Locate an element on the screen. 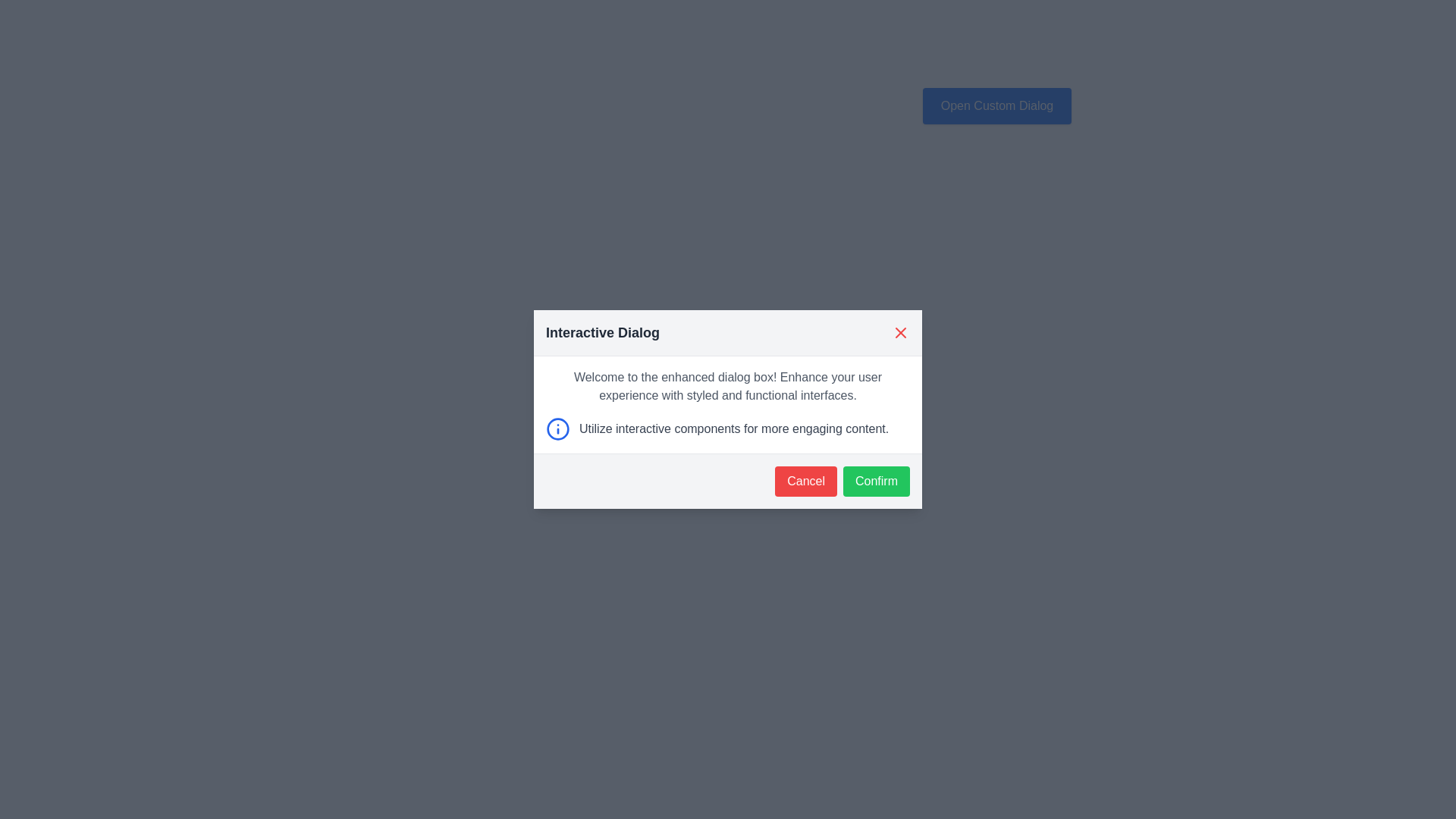  the informational text block located at the center of the dialog box, which follows the title 'Interactive Dialog' is located at coordinates (728, 385).